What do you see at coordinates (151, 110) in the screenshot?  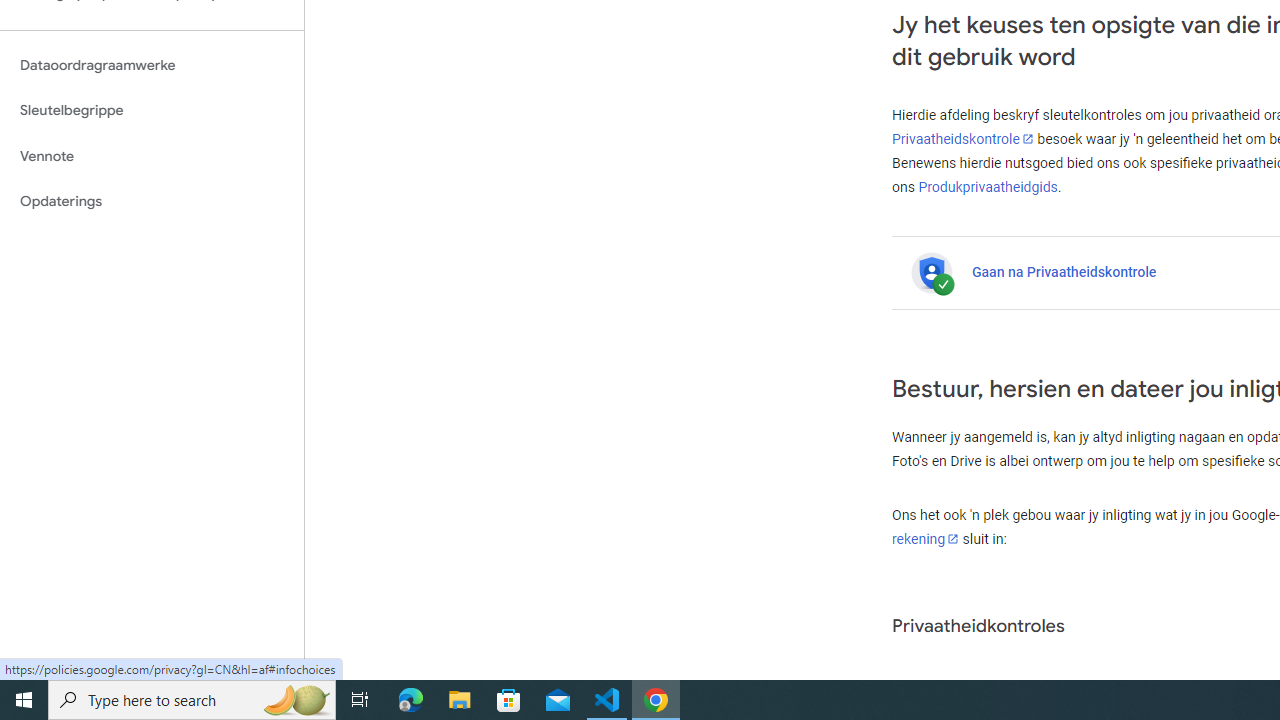 I see `'Sleutelbegrippe'` at bounding box center [151, 110].